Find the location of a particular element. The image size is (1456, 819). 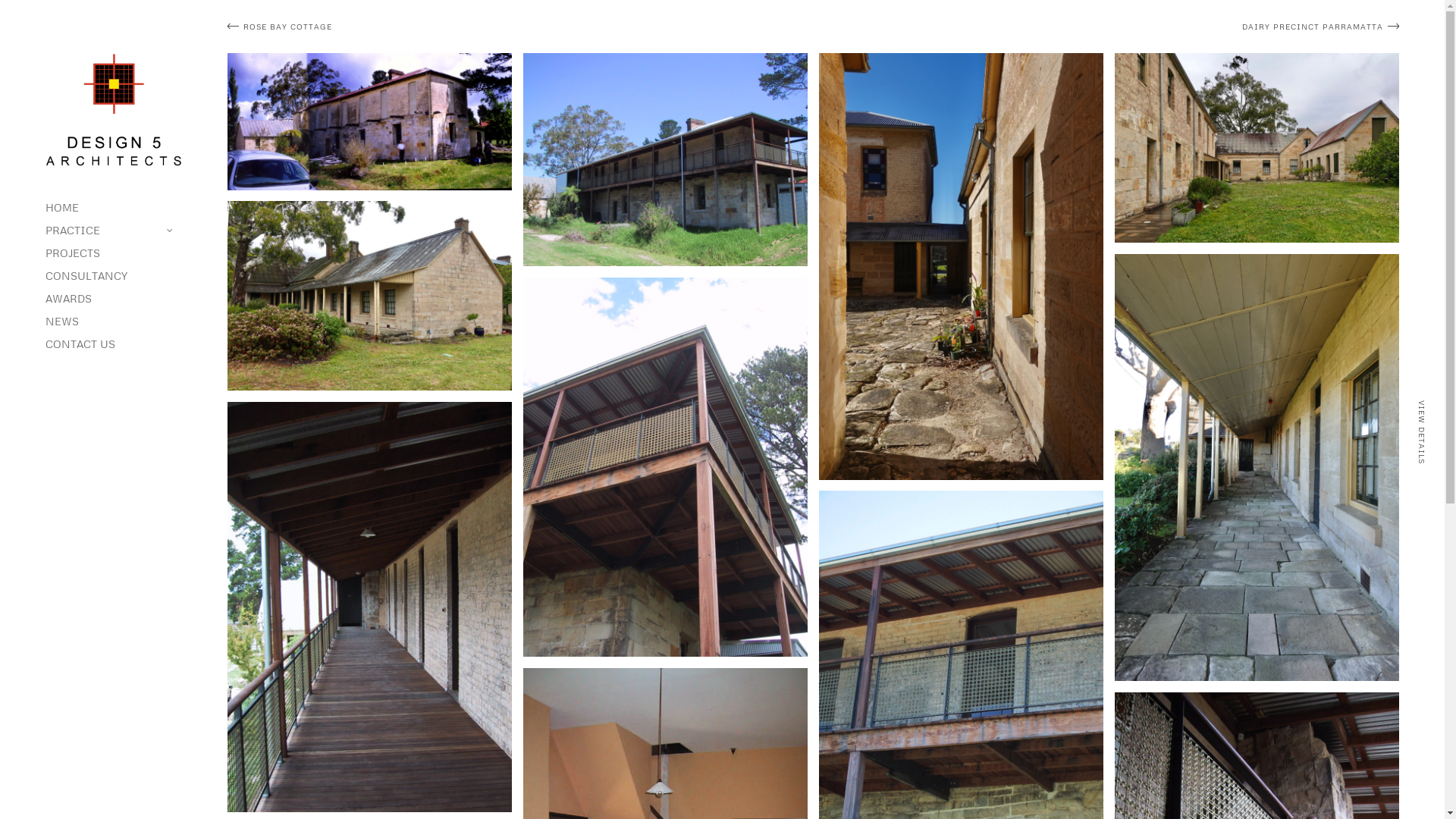

'CONTACT US' is located at coordinates (112, 344).